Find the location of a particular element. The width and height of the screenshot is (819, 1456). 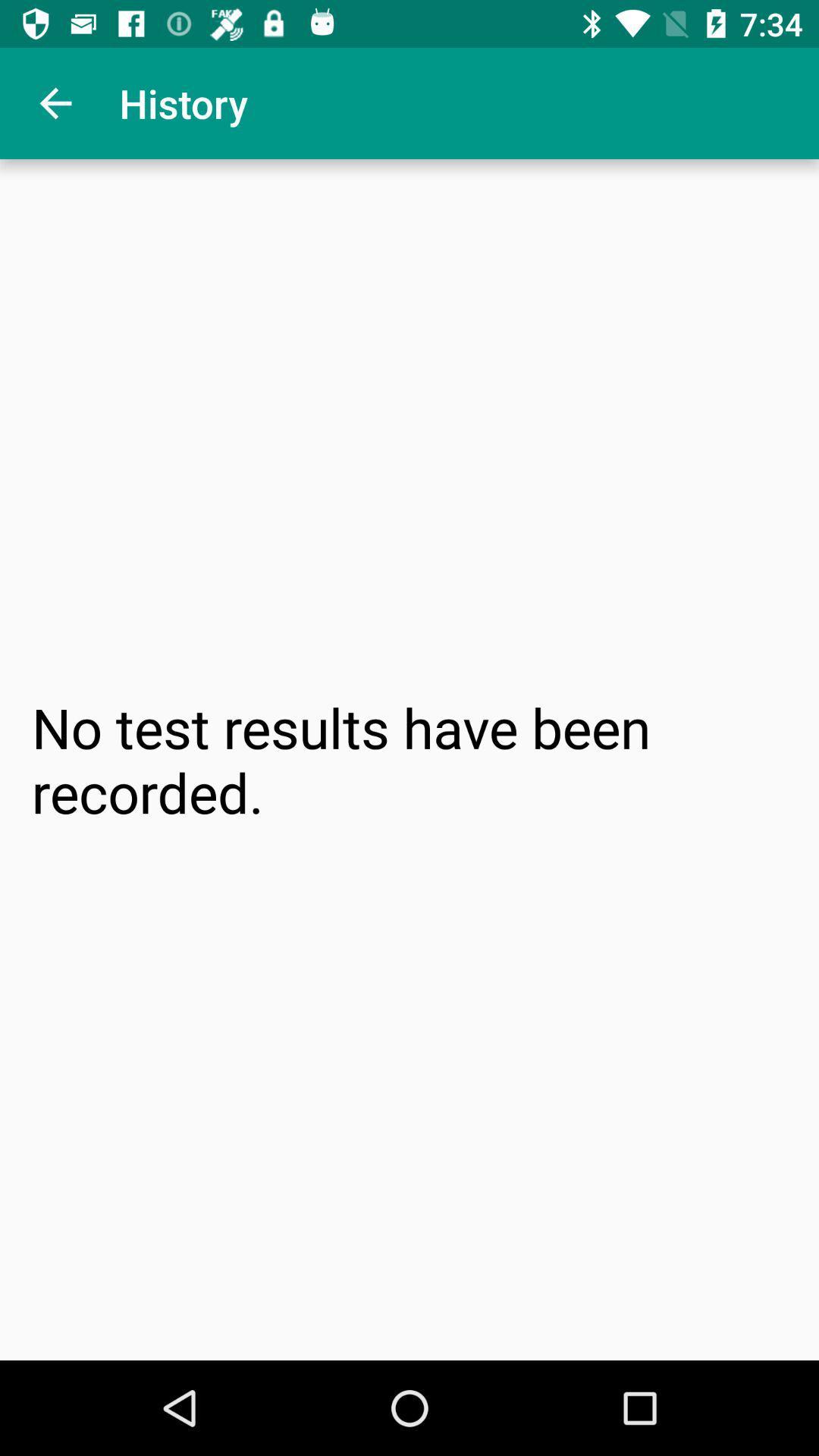

the icon to the left of the history app is located at coordinates (55, 102).